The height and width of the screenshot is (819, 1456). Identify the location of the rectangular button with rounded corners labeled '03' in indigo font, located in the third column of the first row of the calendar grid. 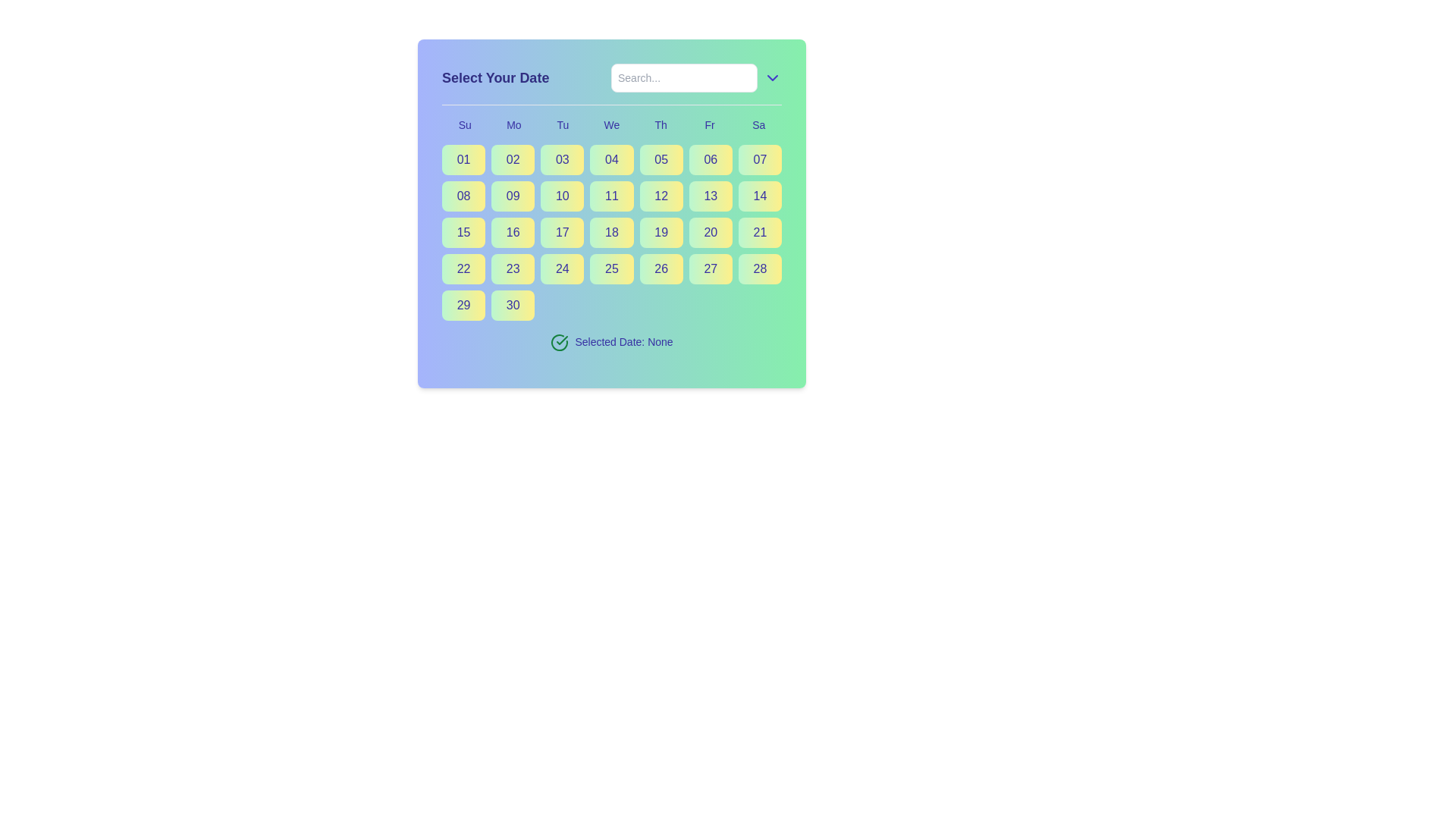
(561, 160).